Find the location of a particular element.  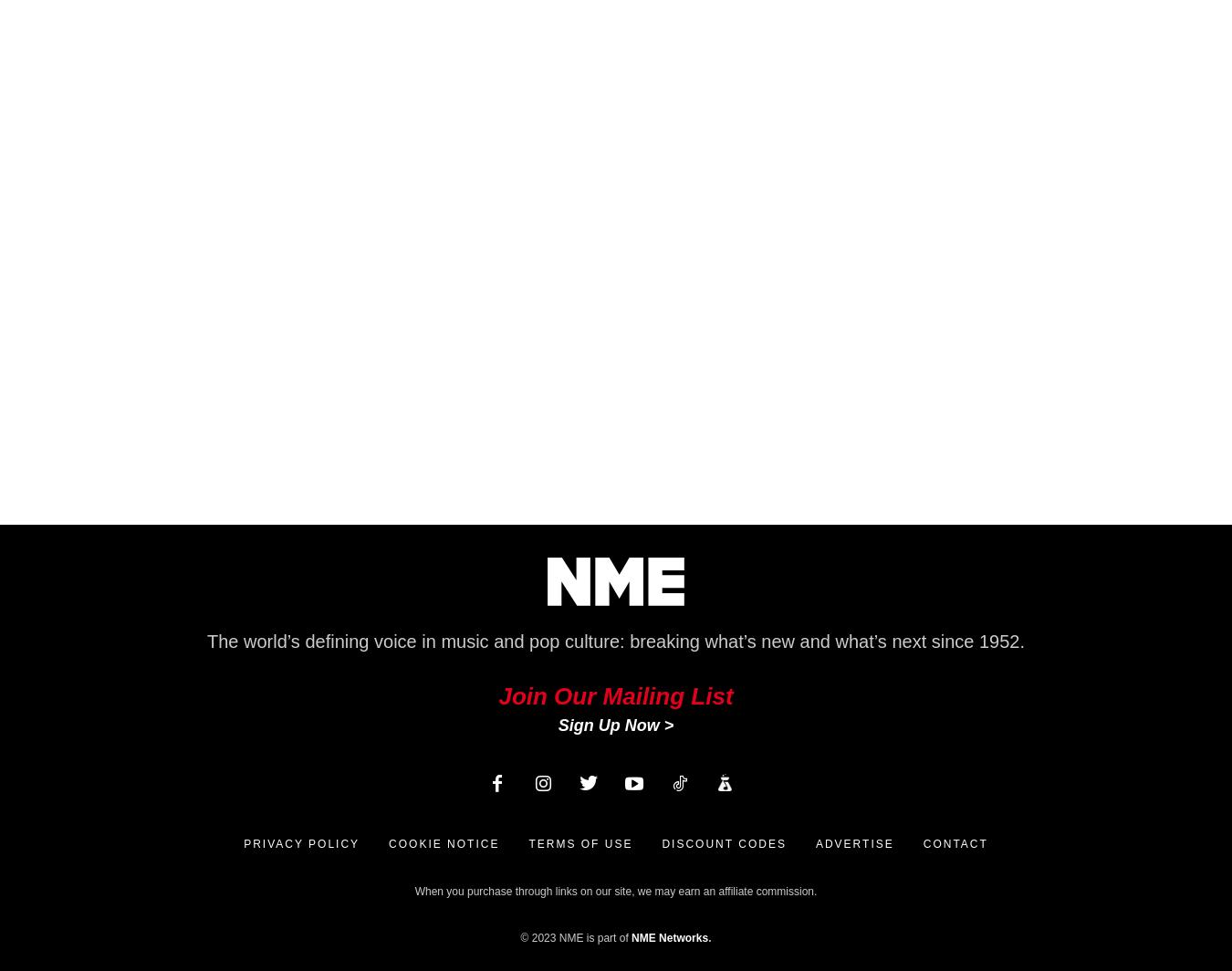

'Advertise' is located at coordinates (852, 844).